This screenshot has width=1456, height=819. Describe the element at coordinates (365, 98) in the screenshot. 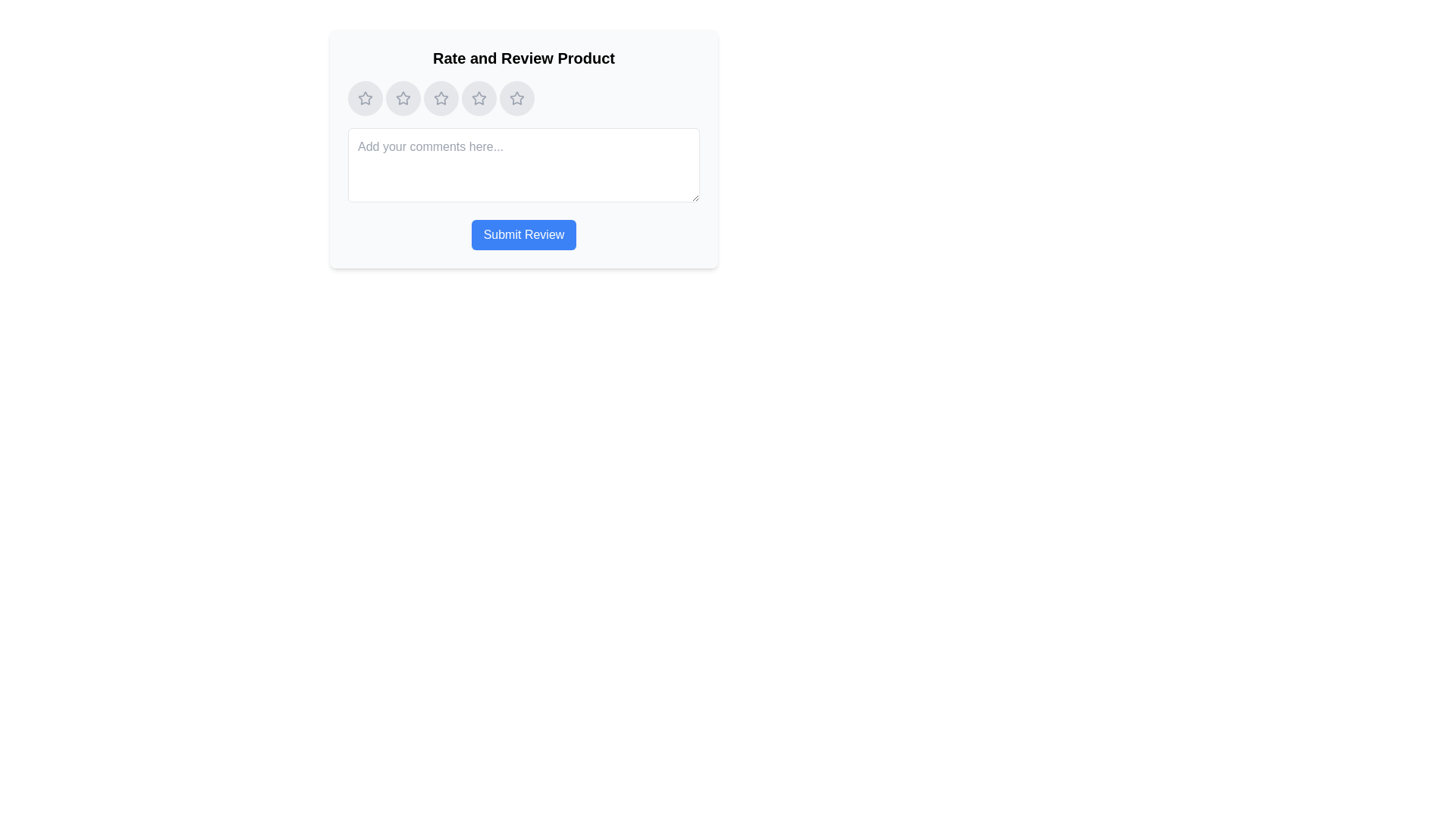

I see `the first star-shaped icon in the horizontal row of rating stars` at that location.